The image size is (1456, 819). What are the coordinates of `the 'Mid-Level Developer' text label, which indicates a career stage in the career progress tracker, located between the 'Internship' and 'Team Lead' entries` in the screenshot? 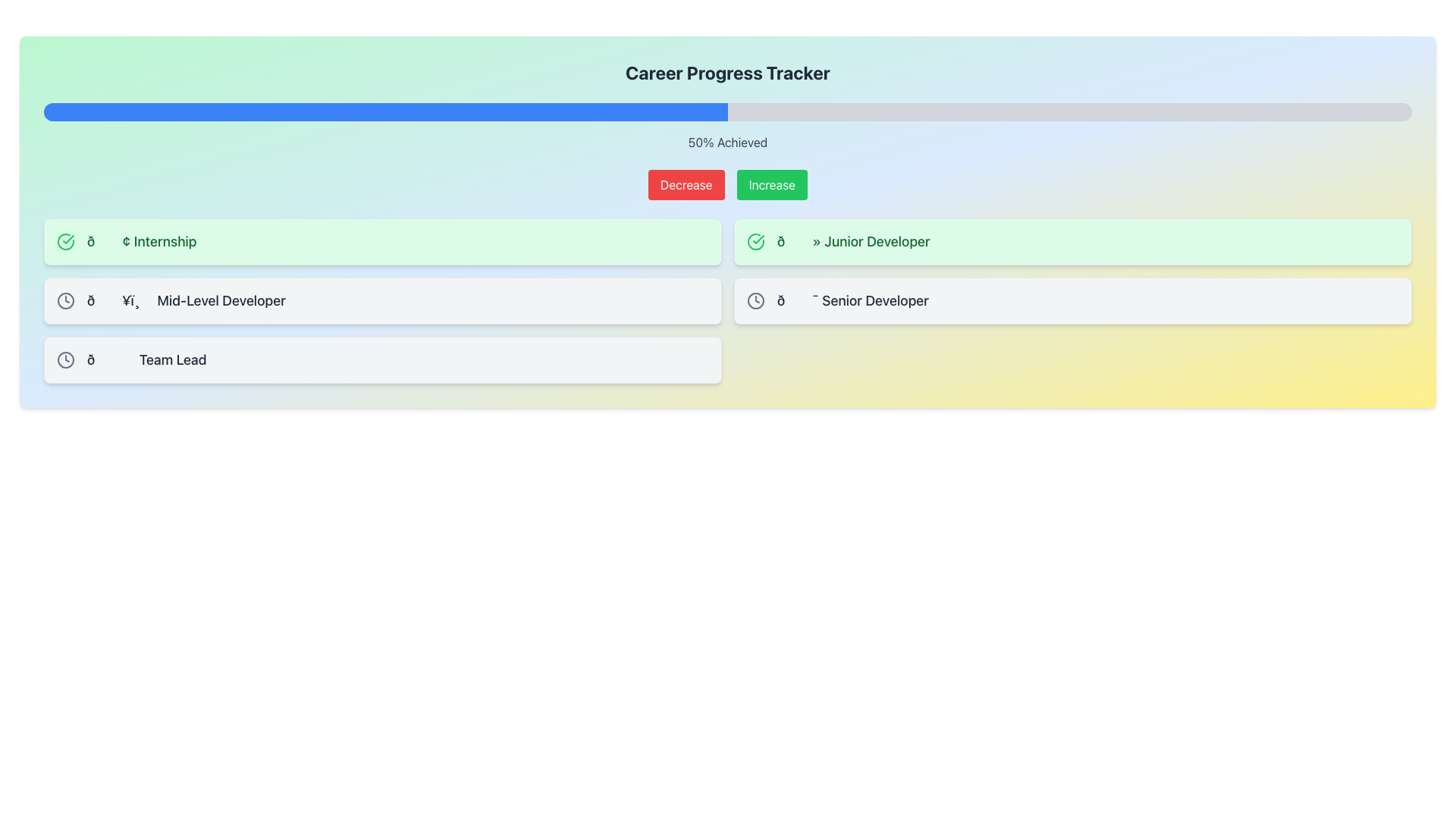 It's located at (185, 301).